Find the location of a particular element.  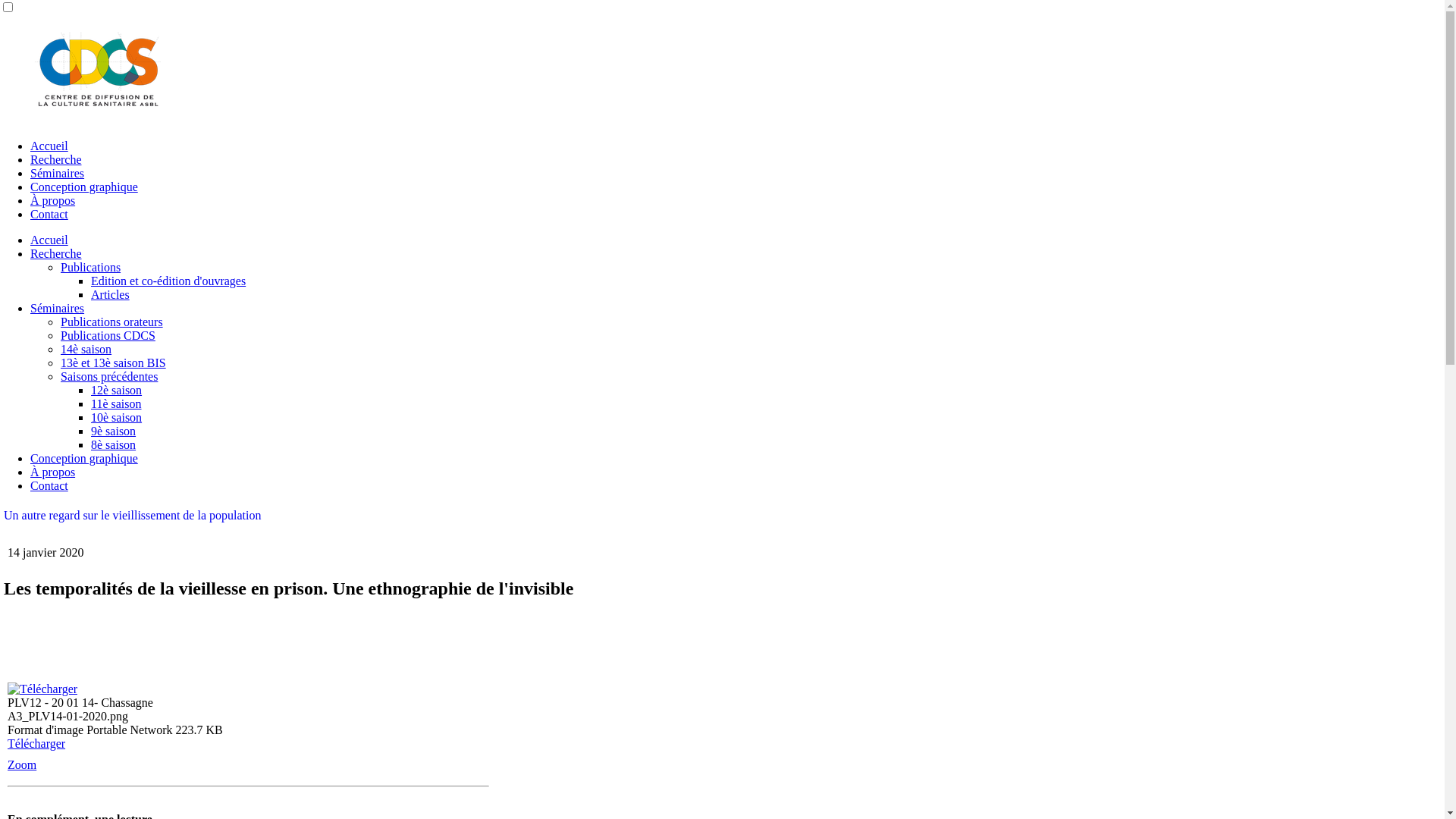

'Un autre regard sur le vieillissement de la population' is located at coordinates (132, 514).